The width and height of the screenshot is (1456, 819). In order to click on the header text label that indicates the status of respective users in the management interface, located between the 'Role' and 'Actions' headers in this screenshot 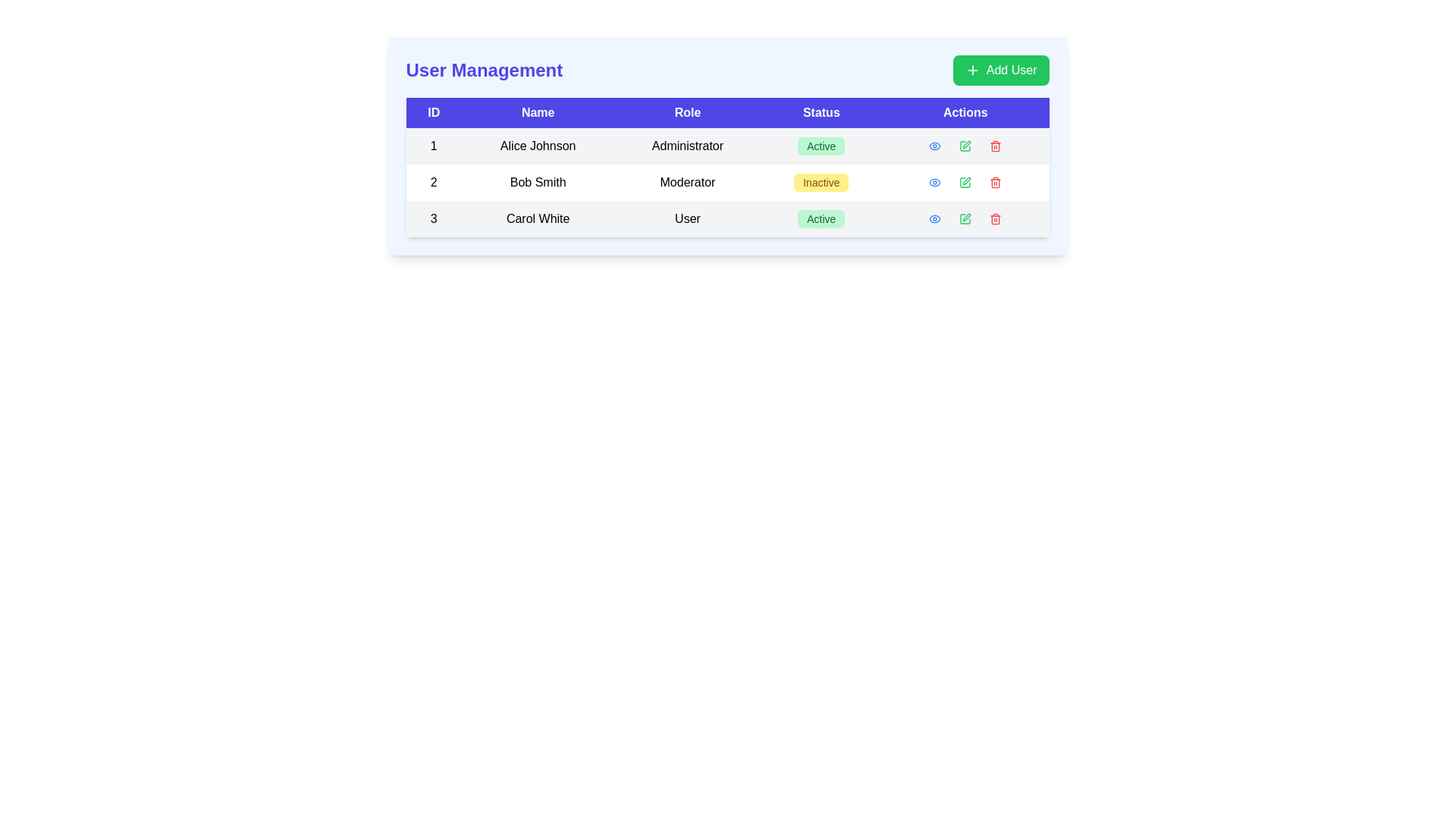, I will do `click(821, 112)`.